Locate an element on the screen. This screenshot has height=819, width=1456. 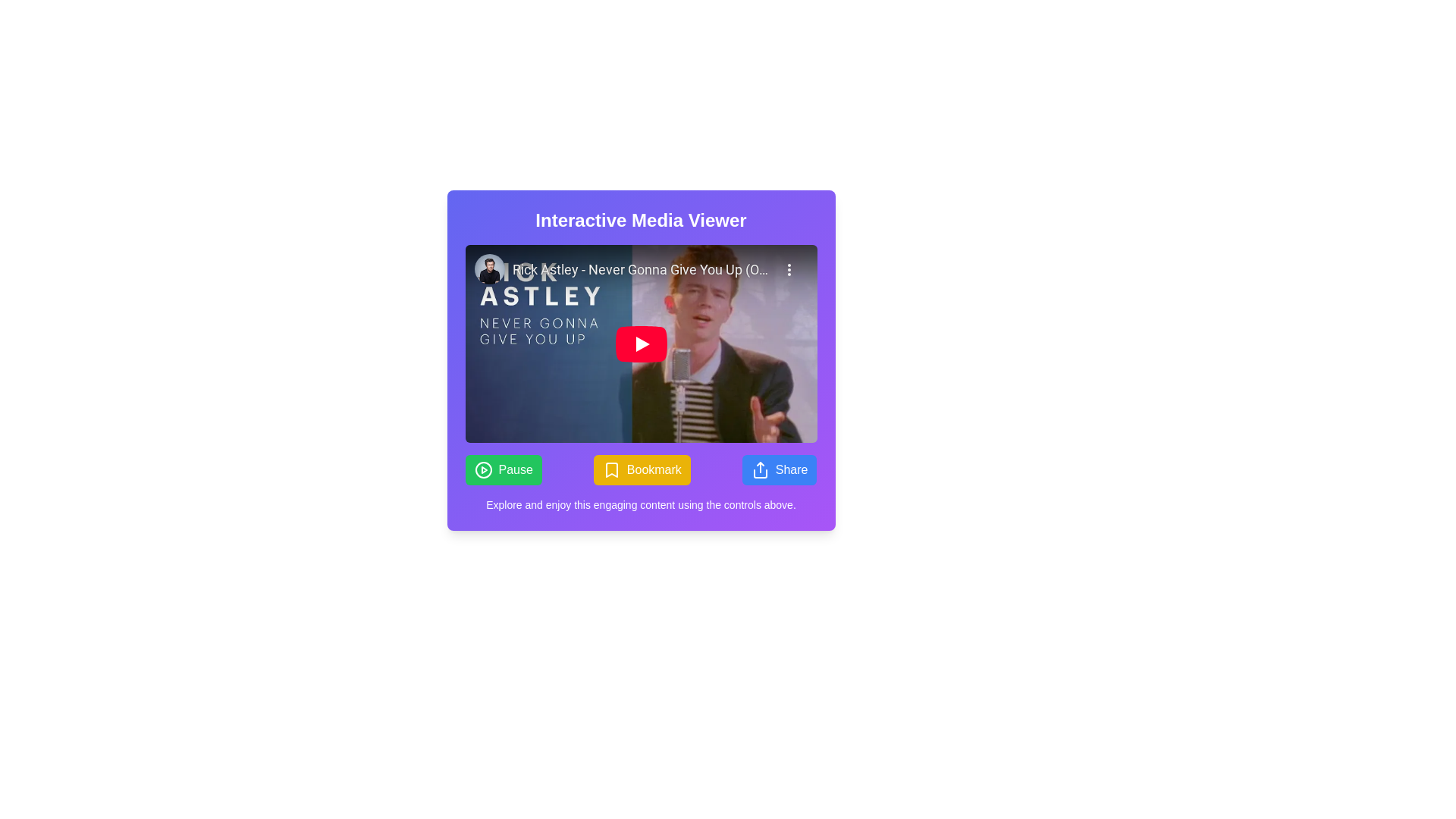
the buttons in the Interactive Media Viewer, which includes 'Pause', 'Bookmark', and 'Share', for visual feedback is located at coordinates (641, 360).